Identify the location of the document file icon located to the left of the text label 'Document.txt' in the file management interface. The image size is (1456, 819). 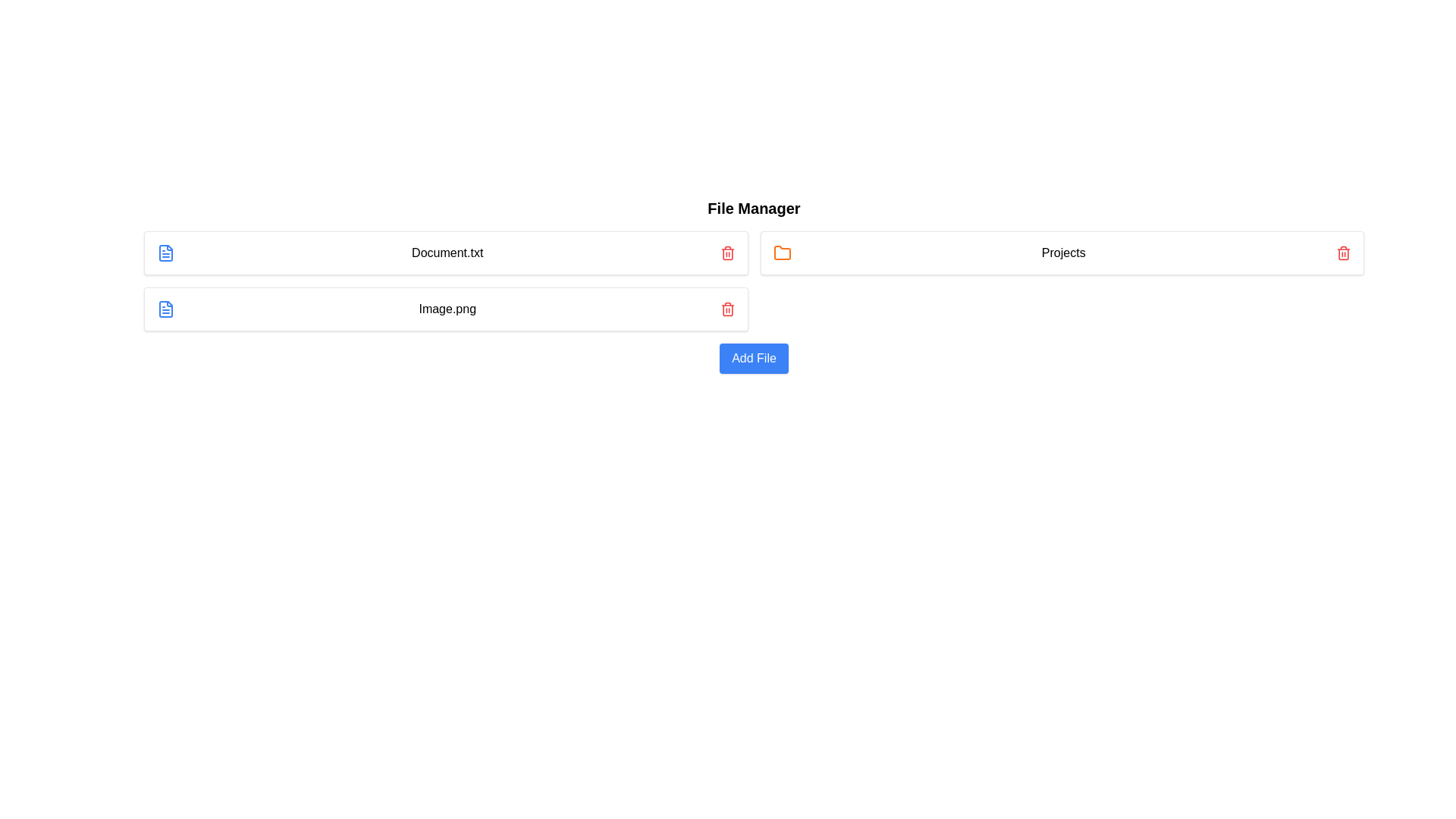
(166, 253).